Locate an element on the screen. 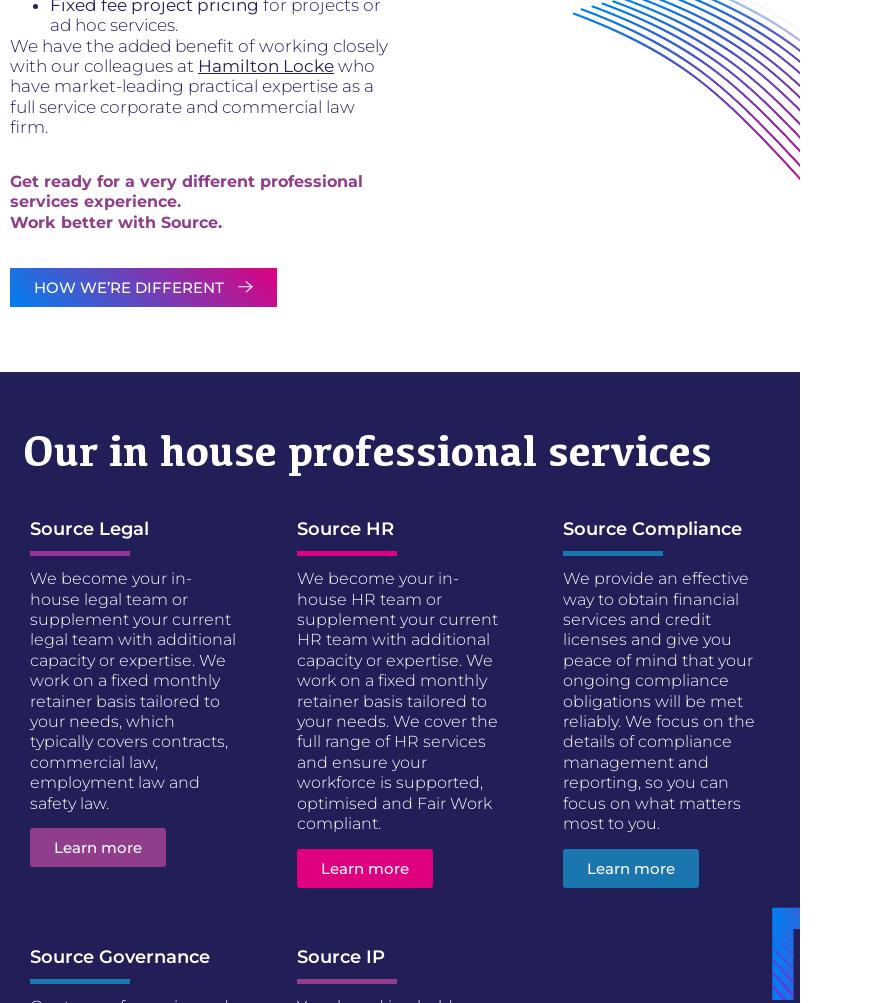  'We have the added benefit of working closely with our colleagues at' is located at coordinates (8, 55).